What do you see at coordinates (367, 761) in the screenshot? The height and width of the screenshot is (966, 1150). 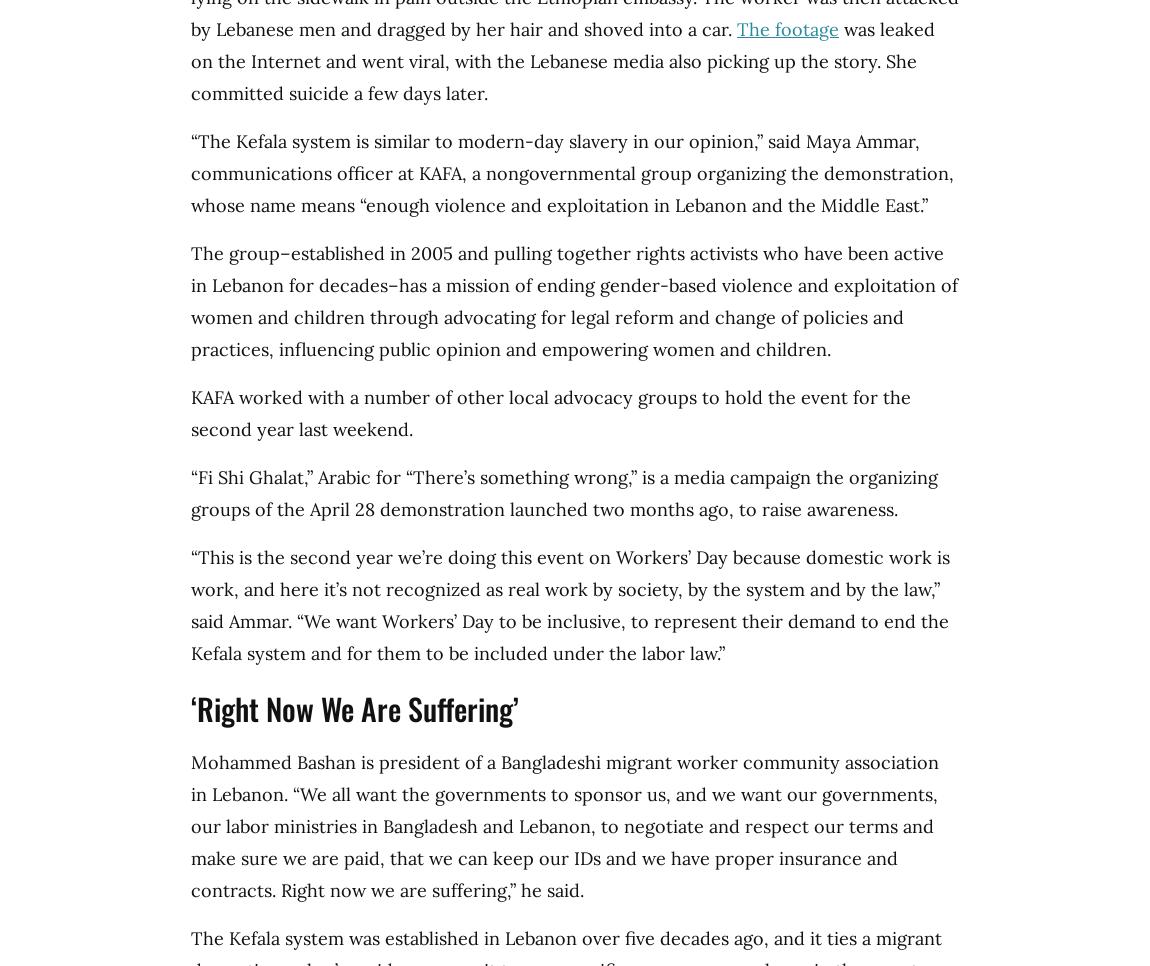 I see `'is'` at bounding box center [367, 761].